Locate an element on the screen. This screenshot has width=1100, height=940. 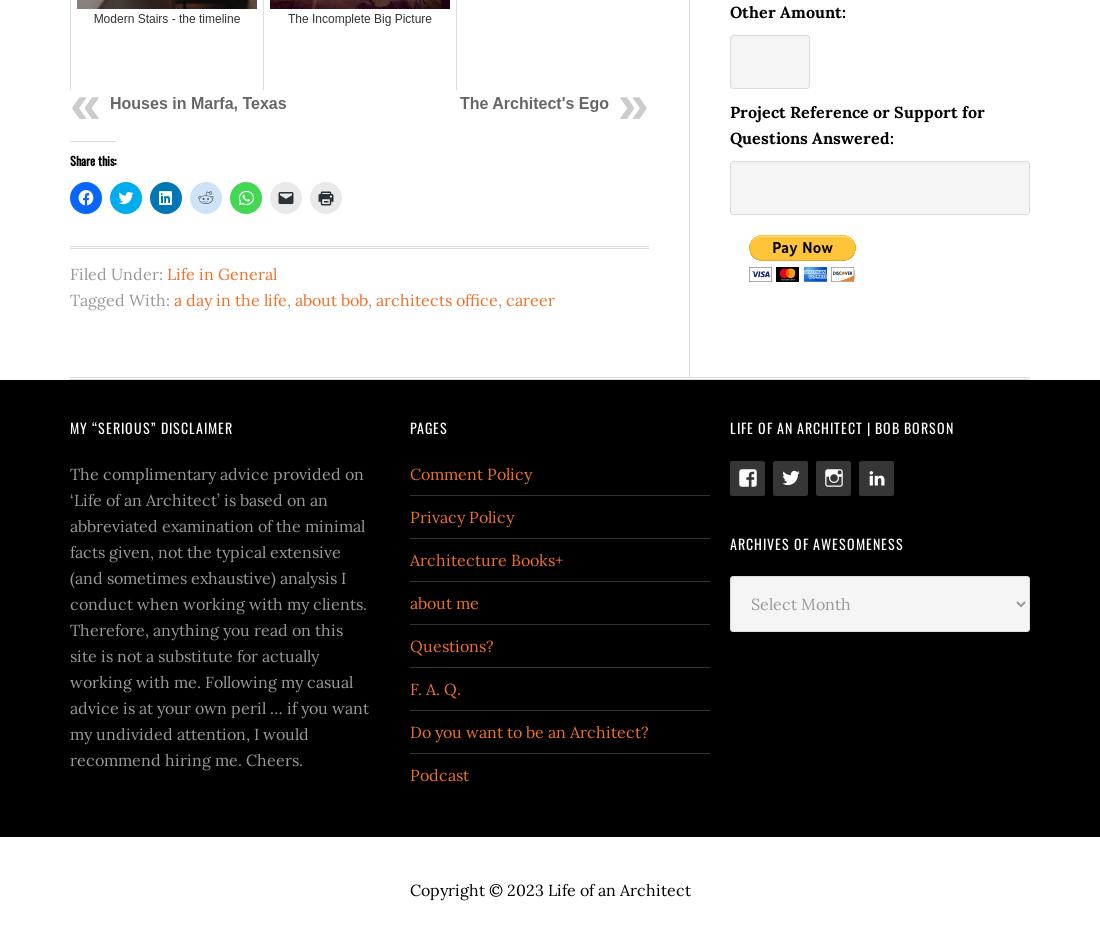
'Archives of Awesomeness' is located at coordinates (728, 541).